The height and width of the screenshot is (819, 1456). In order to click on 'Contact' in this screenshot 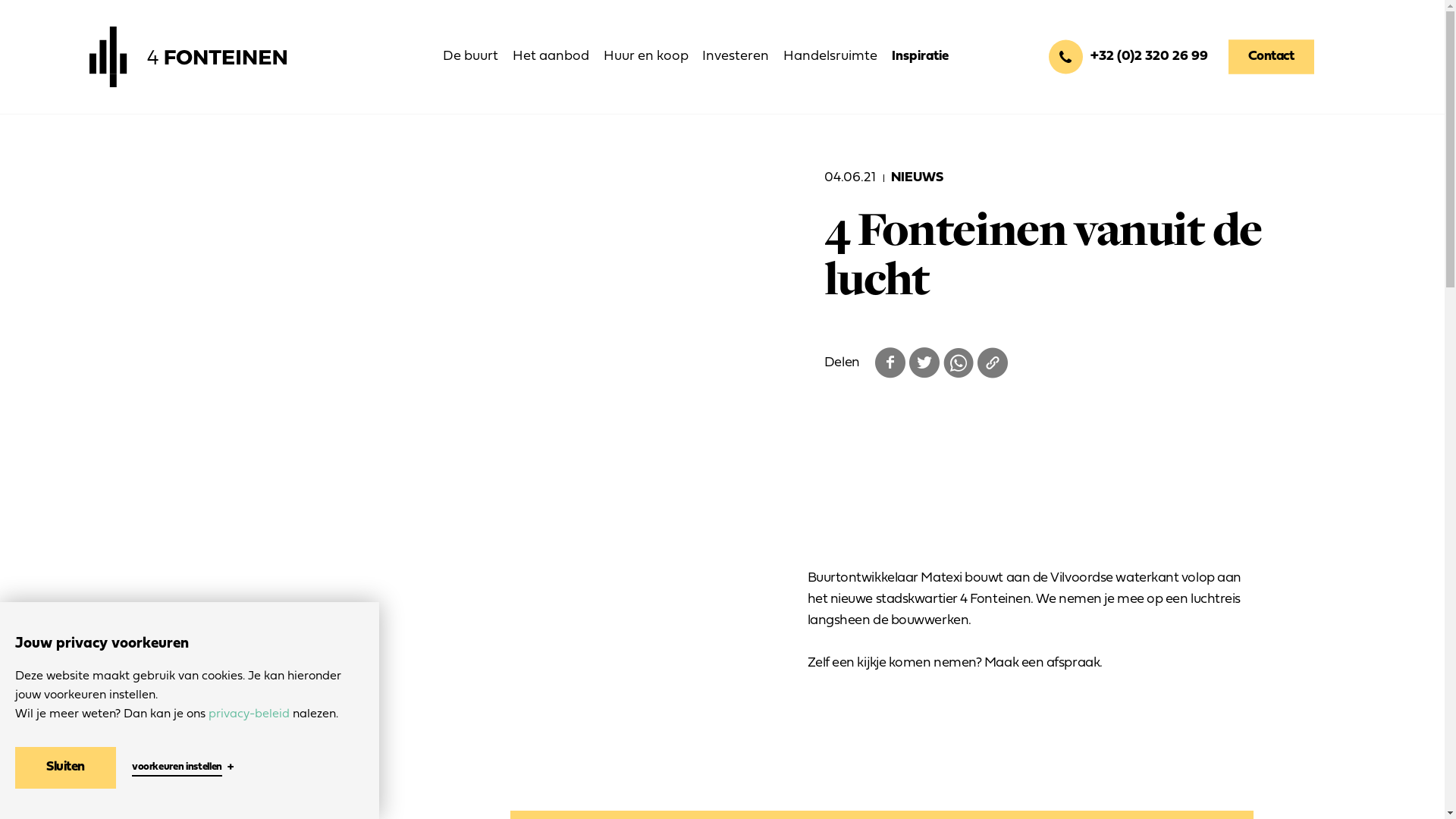, I will do `click(1228, 56)`.